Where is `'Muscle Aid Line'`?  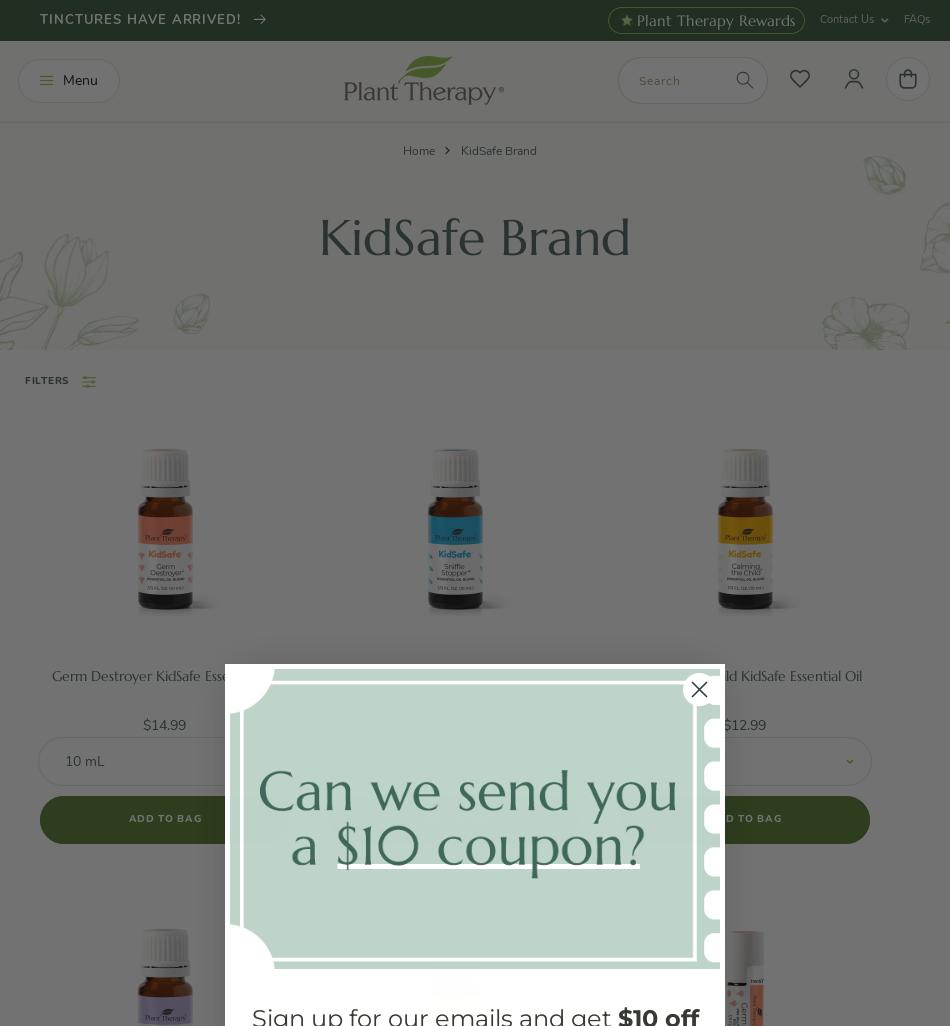
'Muscle Aid Line' is located at coordinates (114, 664).